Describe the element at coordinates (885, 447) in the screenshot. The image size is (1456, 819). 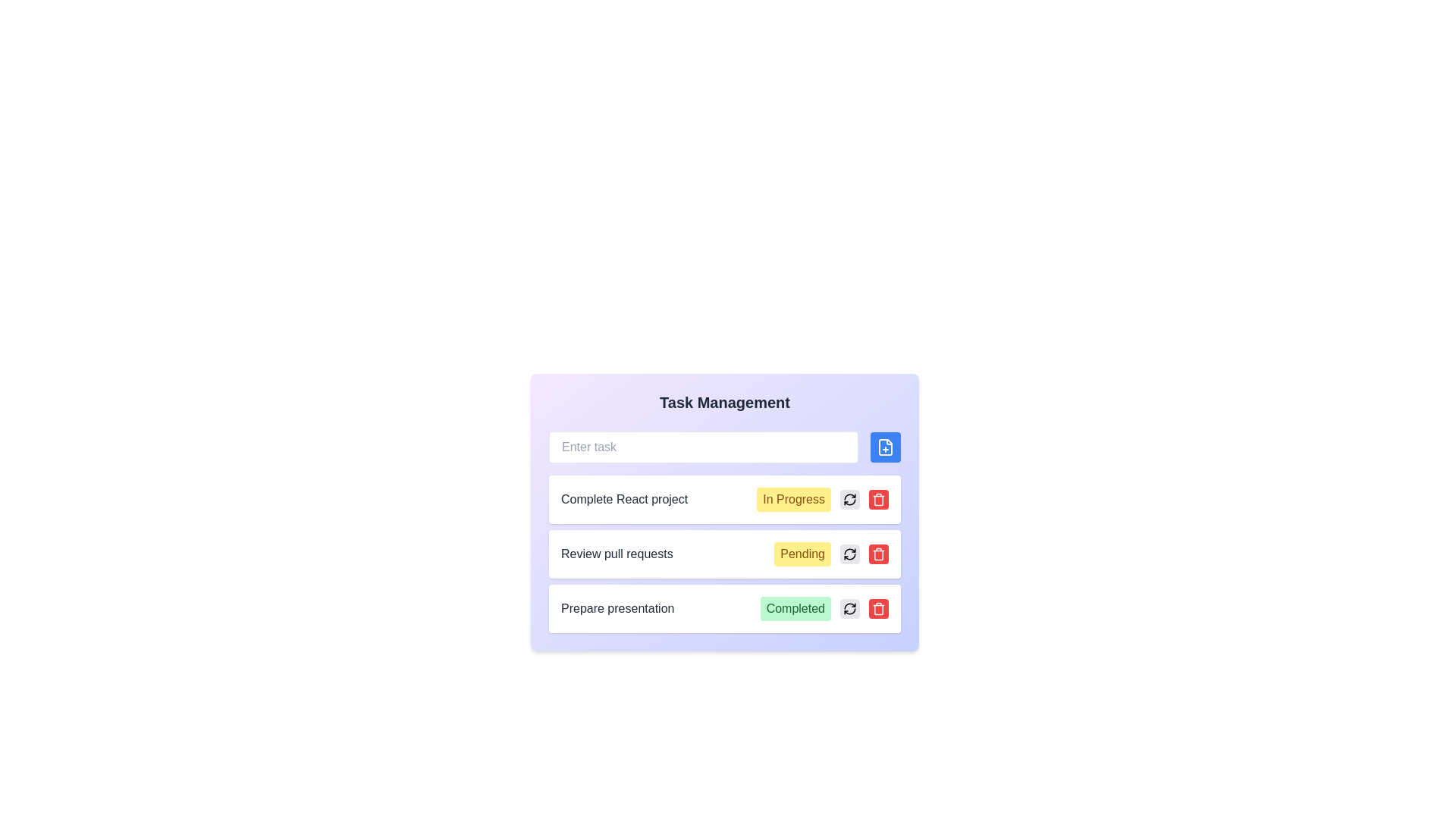
I see `the icon button located at the right end of the 'Enter task' text input field` at that location.